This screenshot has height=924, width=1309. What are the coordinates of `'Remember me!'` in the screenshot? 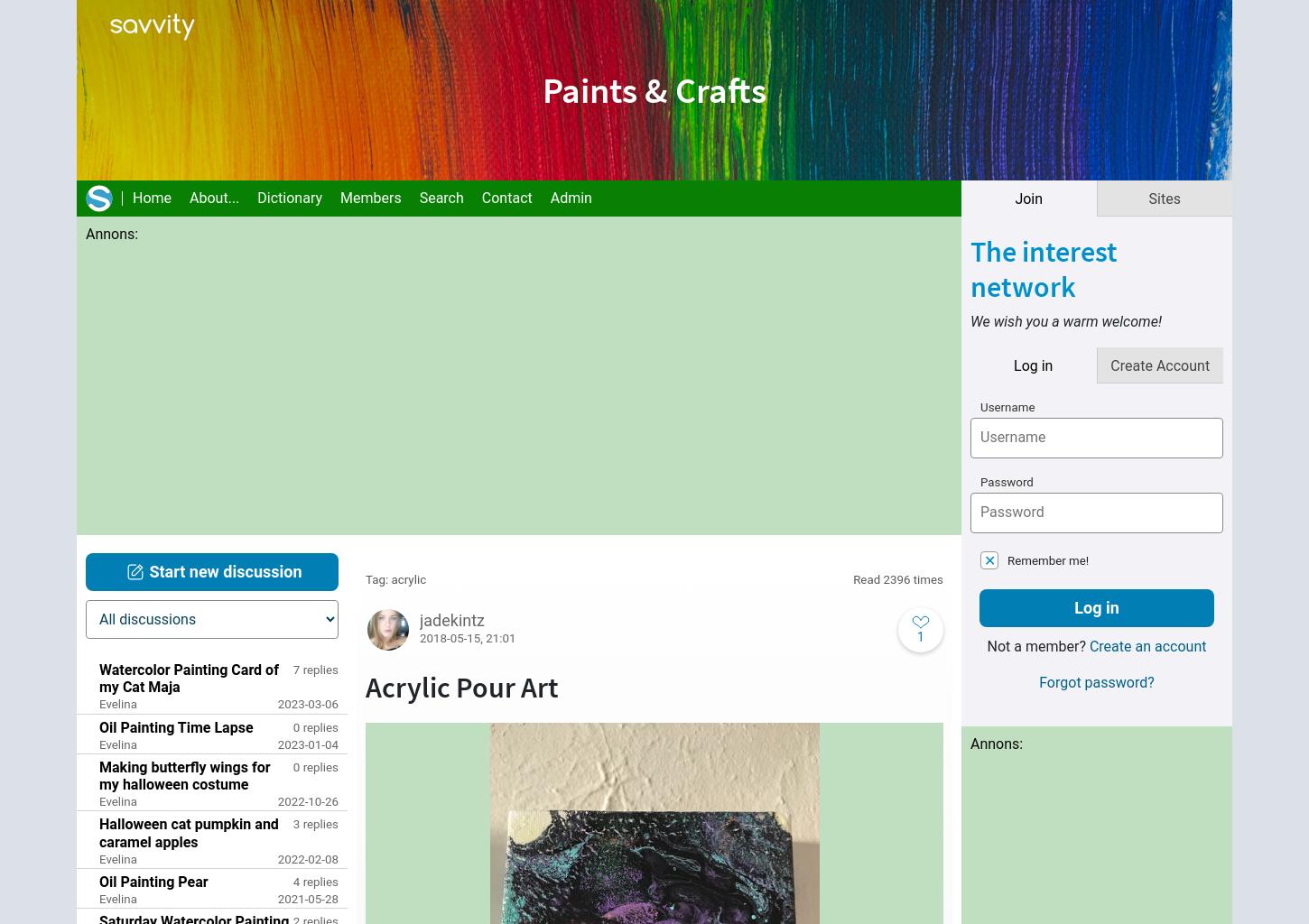 It's located at (1007, 560).